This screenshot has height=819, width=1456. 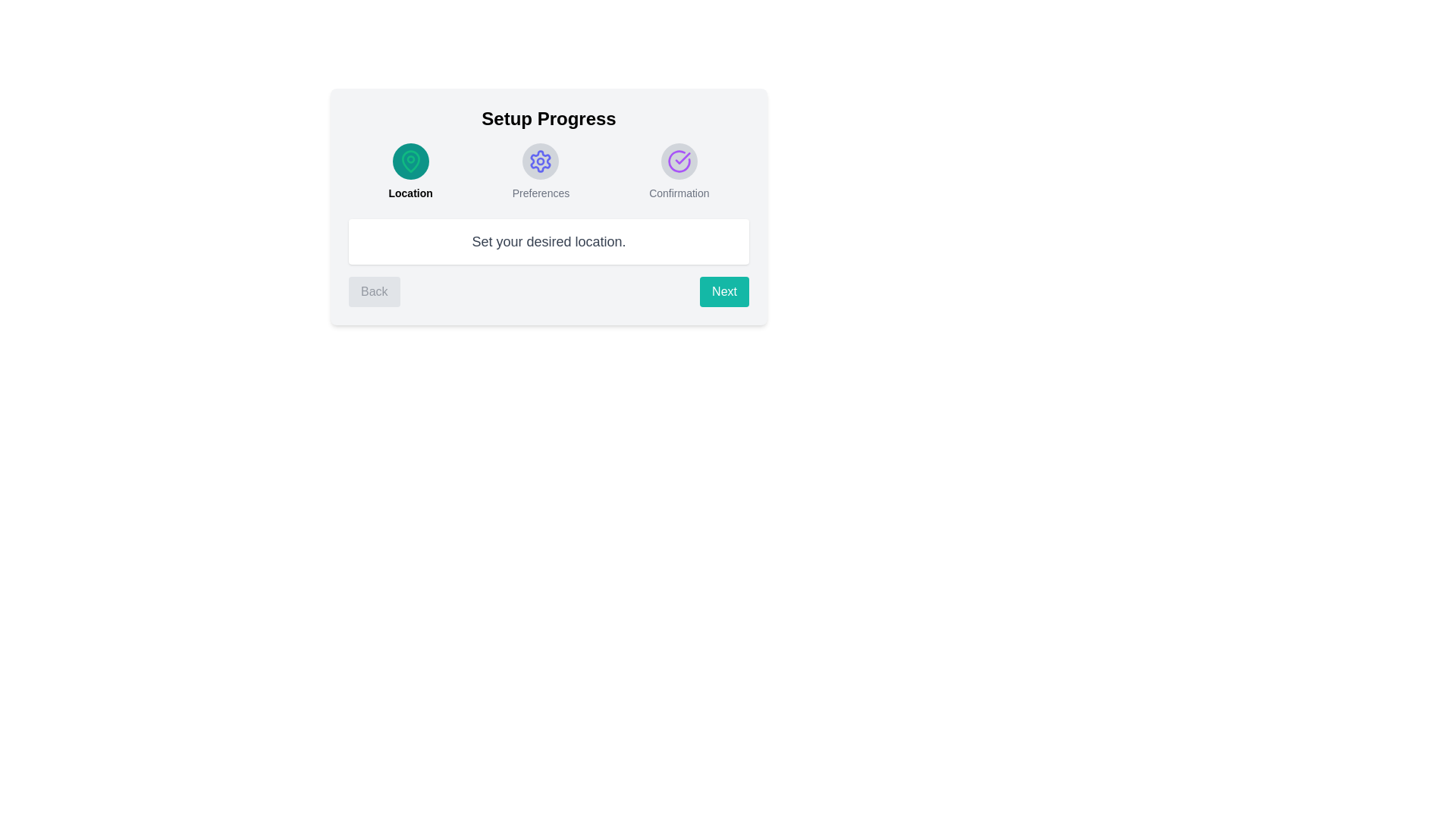 I want to click on 'Next' button to proceed to the next step, so click(x=723, y=292).